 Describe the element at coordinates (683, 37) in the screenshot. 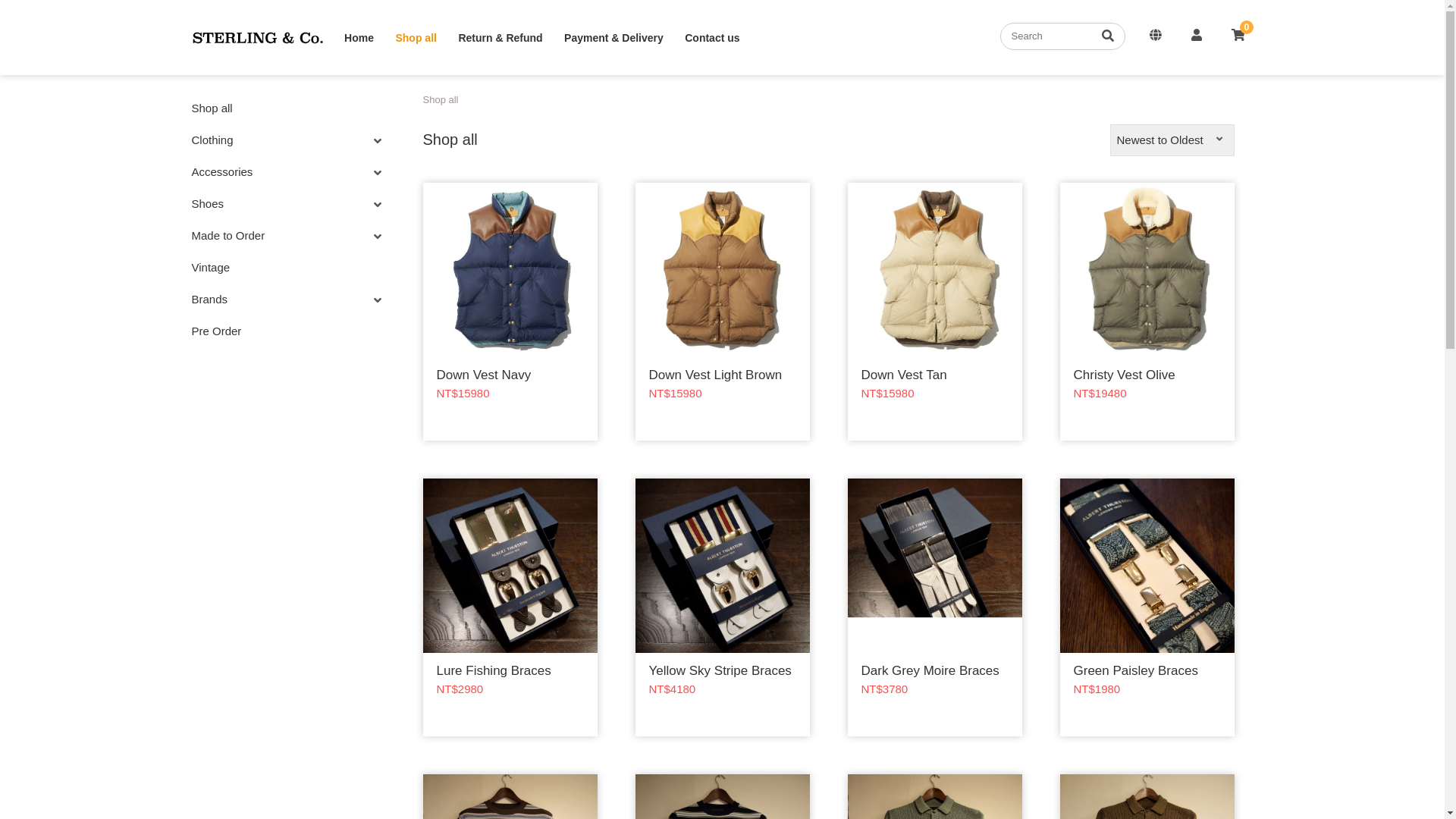

I see `'Contact us'` at that location.